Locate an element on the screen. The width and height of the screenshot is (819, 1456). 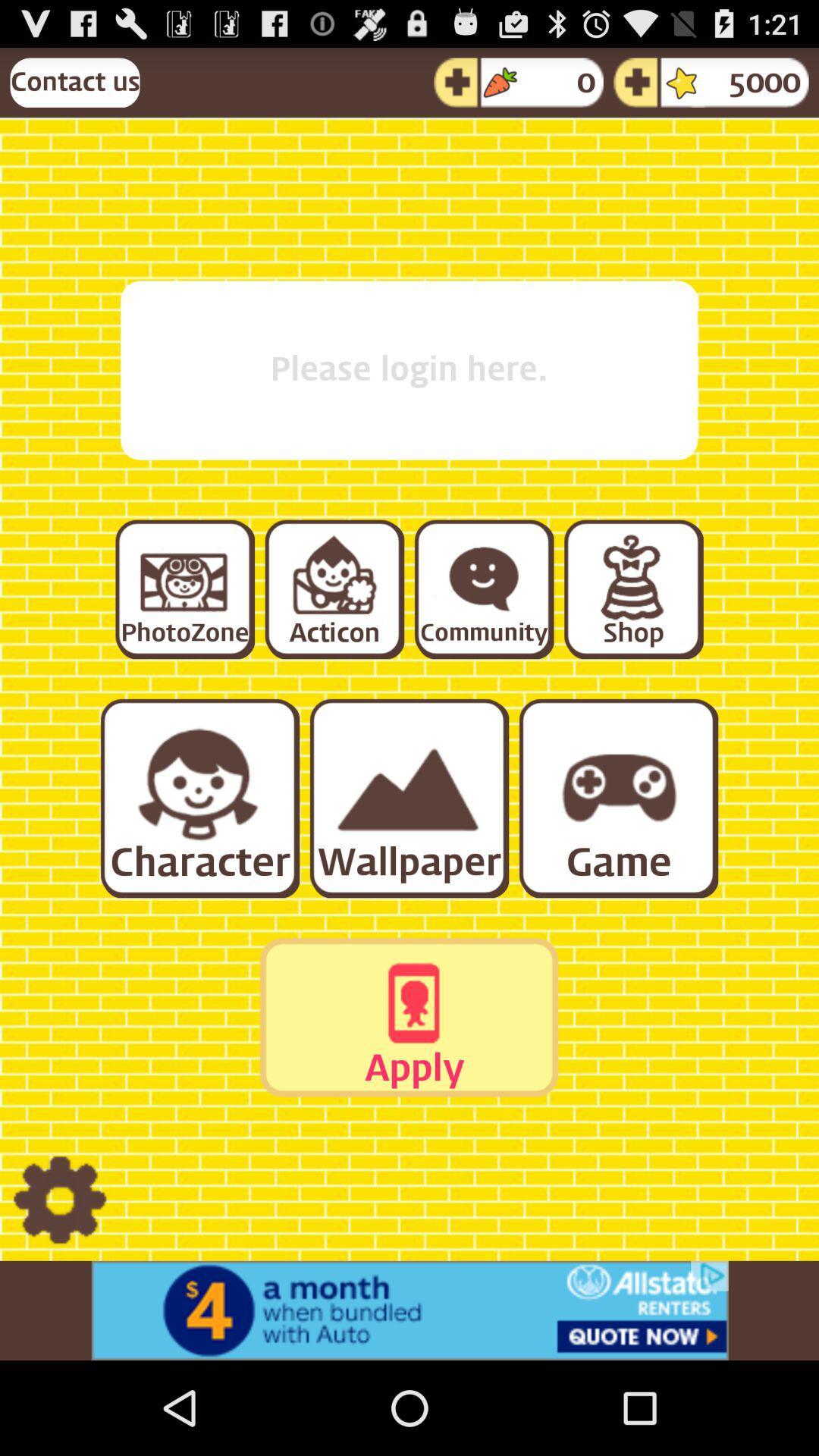
action is located at coordinates (333, 588).